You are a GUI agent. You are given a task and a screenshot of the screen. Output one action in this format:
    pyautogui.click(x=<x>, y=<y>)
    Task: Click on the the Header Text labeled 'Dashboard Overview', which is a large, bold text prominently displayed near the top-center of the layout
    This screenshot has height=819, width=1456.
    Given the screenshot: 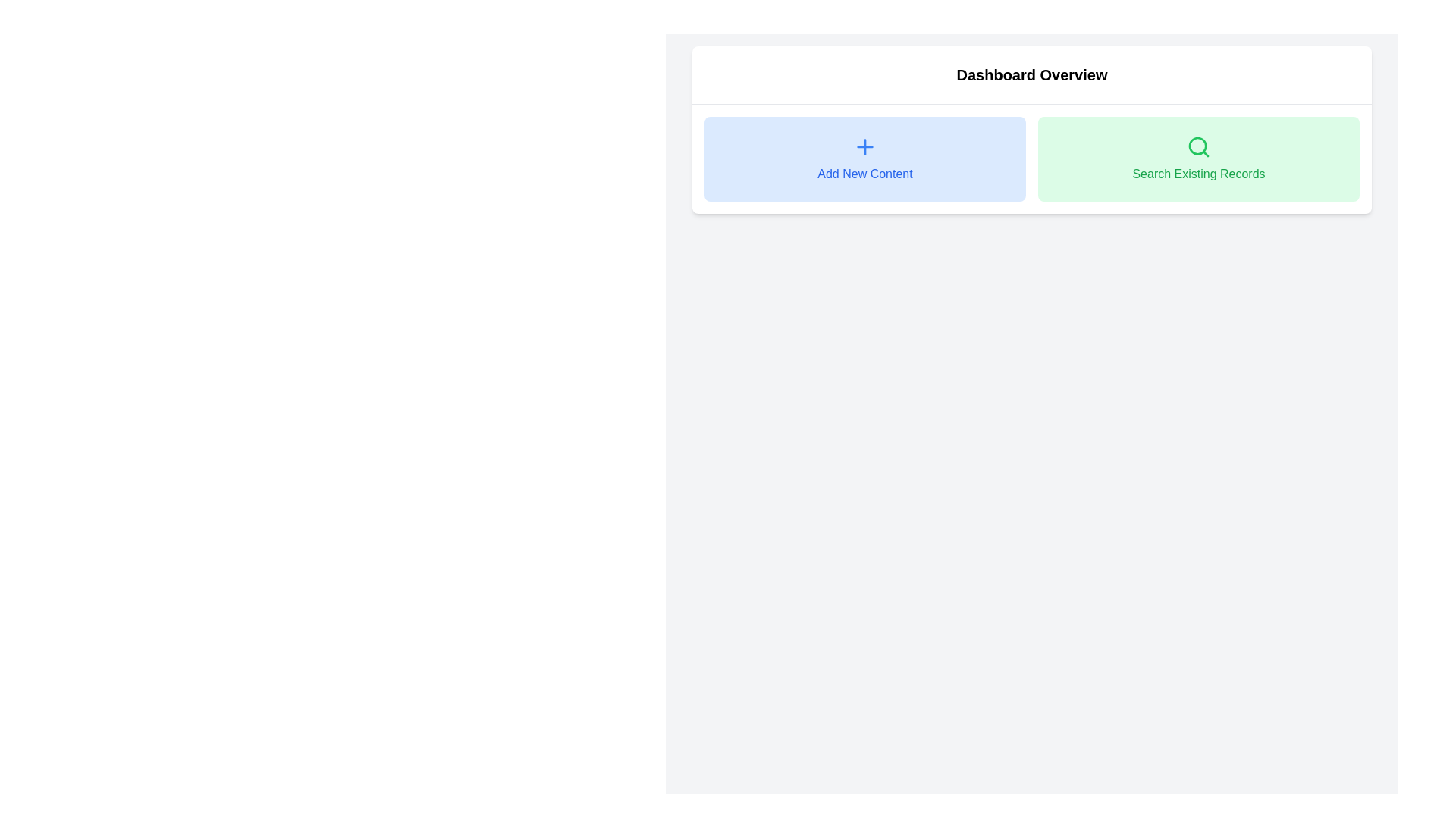 What is the action you would take?
    pyautogui.click(x=1031, y=75)
    